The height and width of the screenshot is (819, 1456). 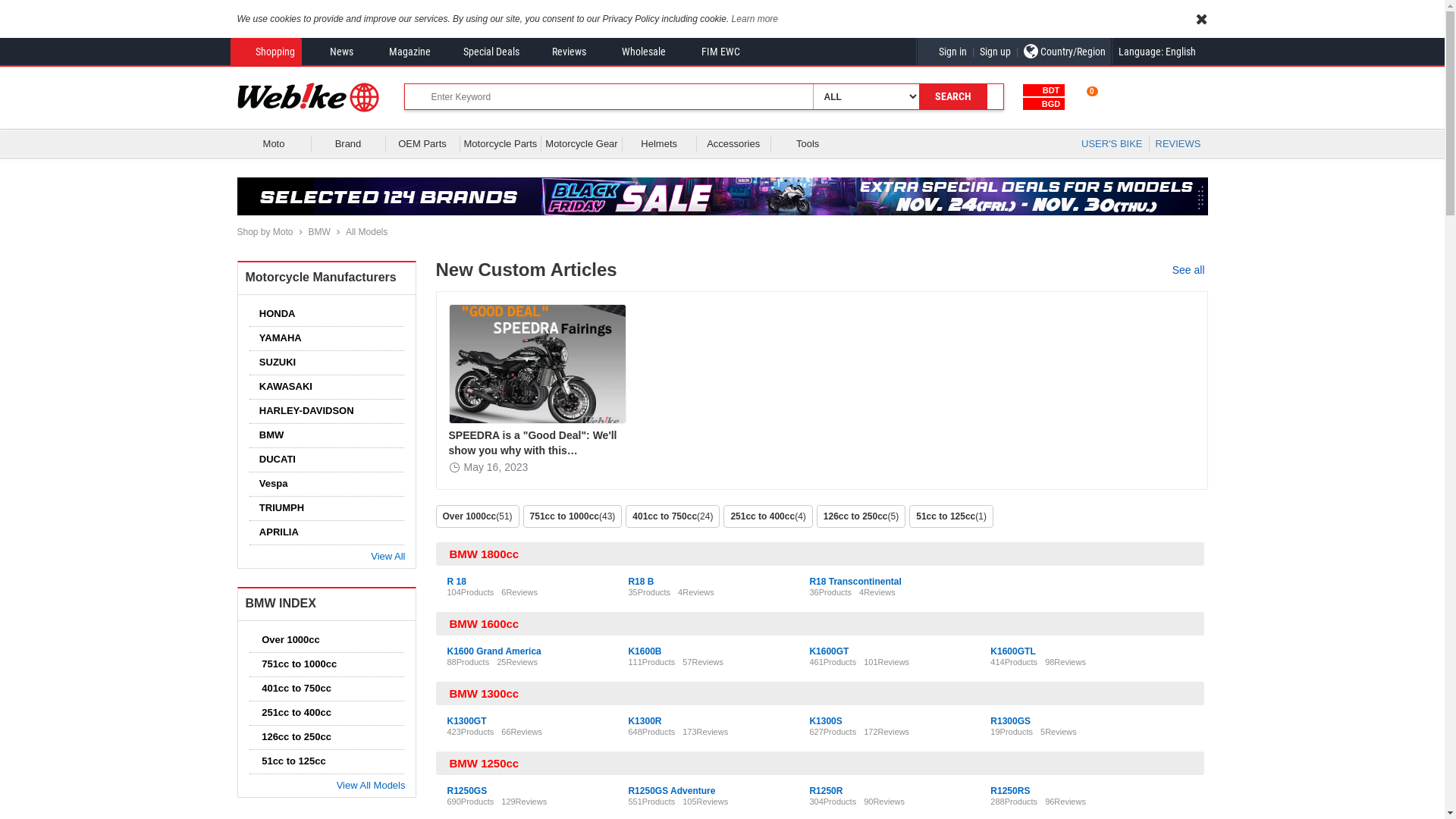 What do you see at coordinates (807, 143) in the screenshot?
I see `'Tools'` at bounding box center [807, 143].